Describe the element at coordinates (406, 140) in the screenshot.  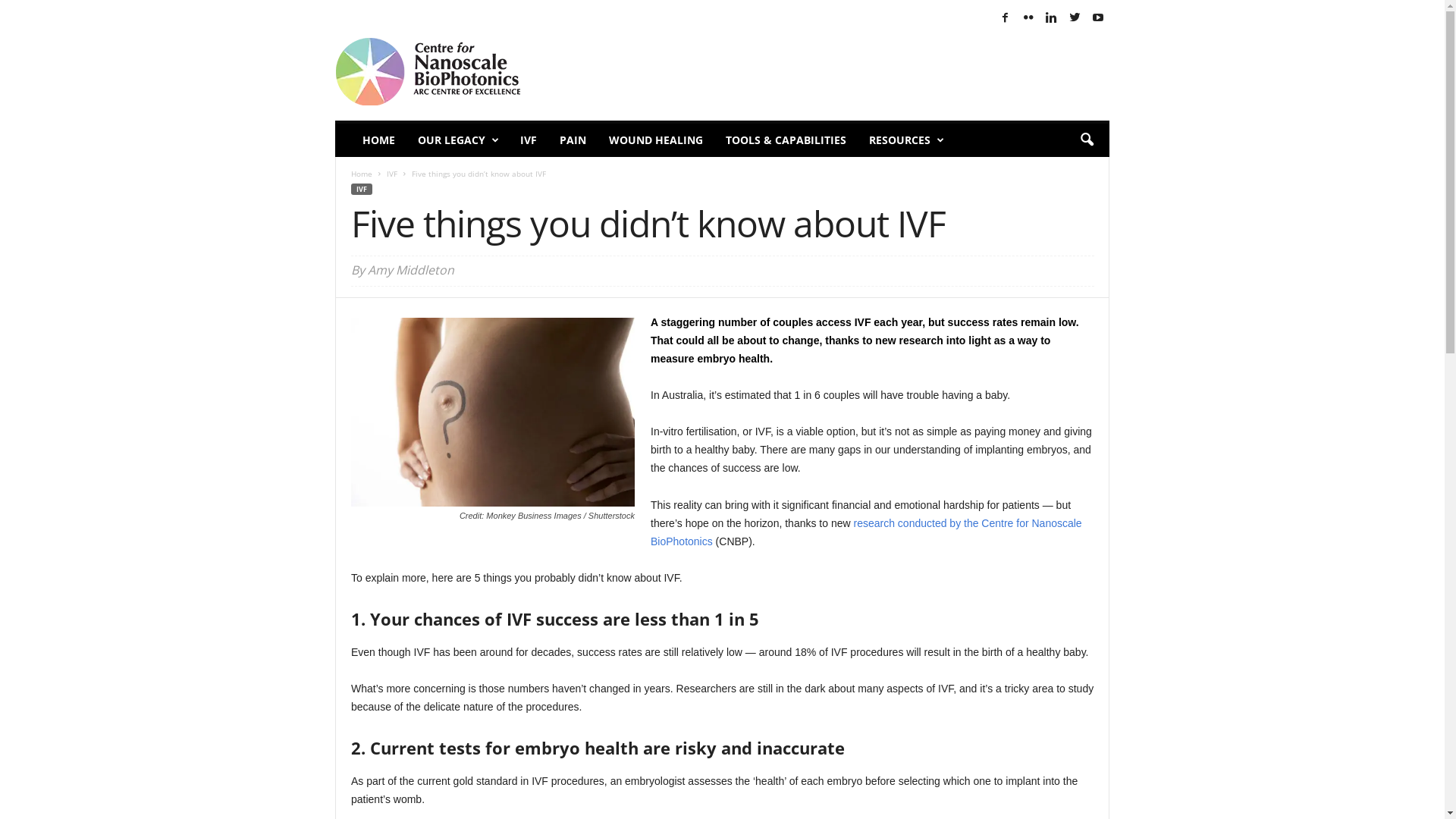
I see `'OUR LEGACY'` at that location.